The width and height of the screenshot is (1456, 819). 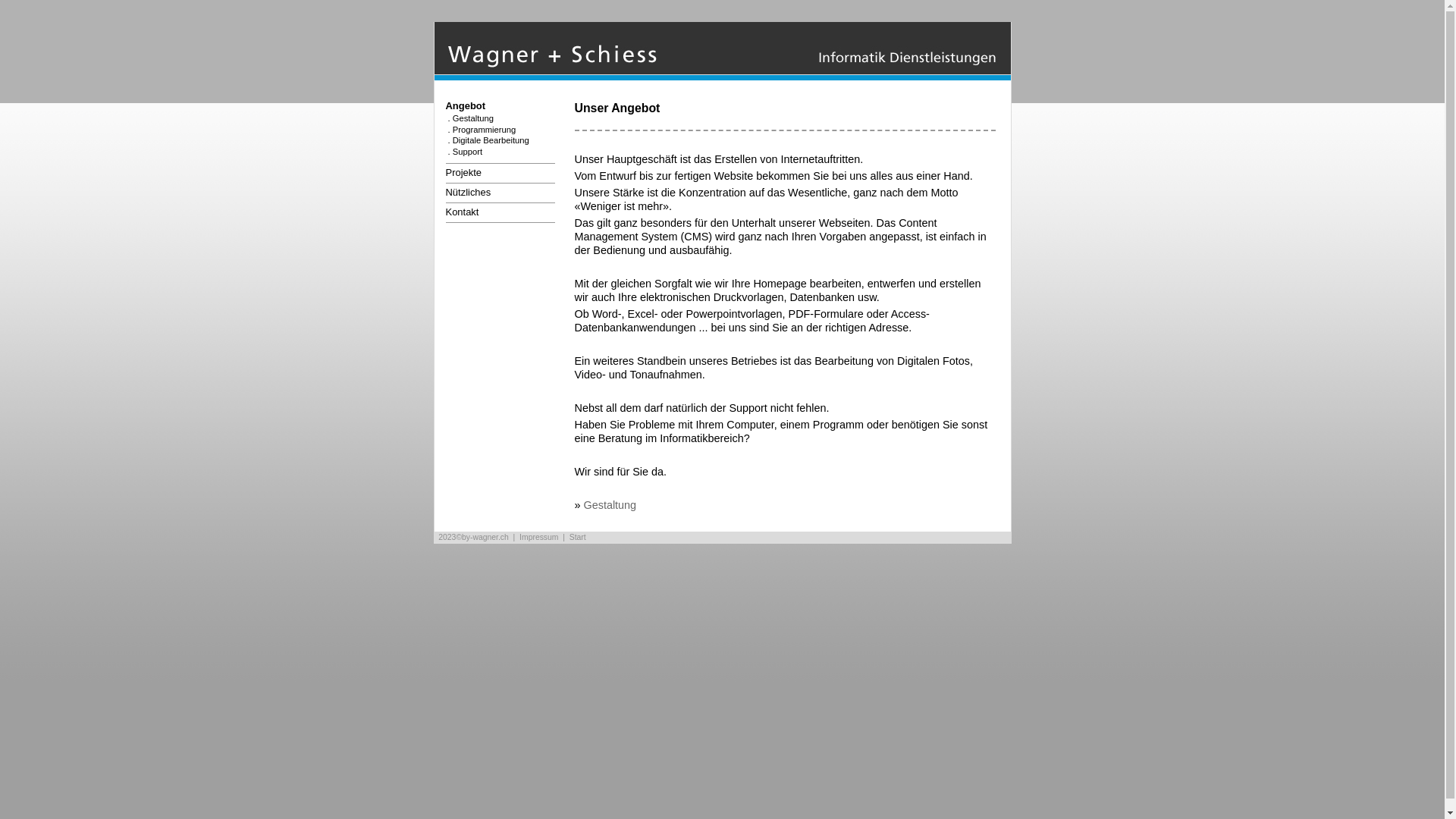 I want to click on '. Programmierung', so click(x=479, y=128).